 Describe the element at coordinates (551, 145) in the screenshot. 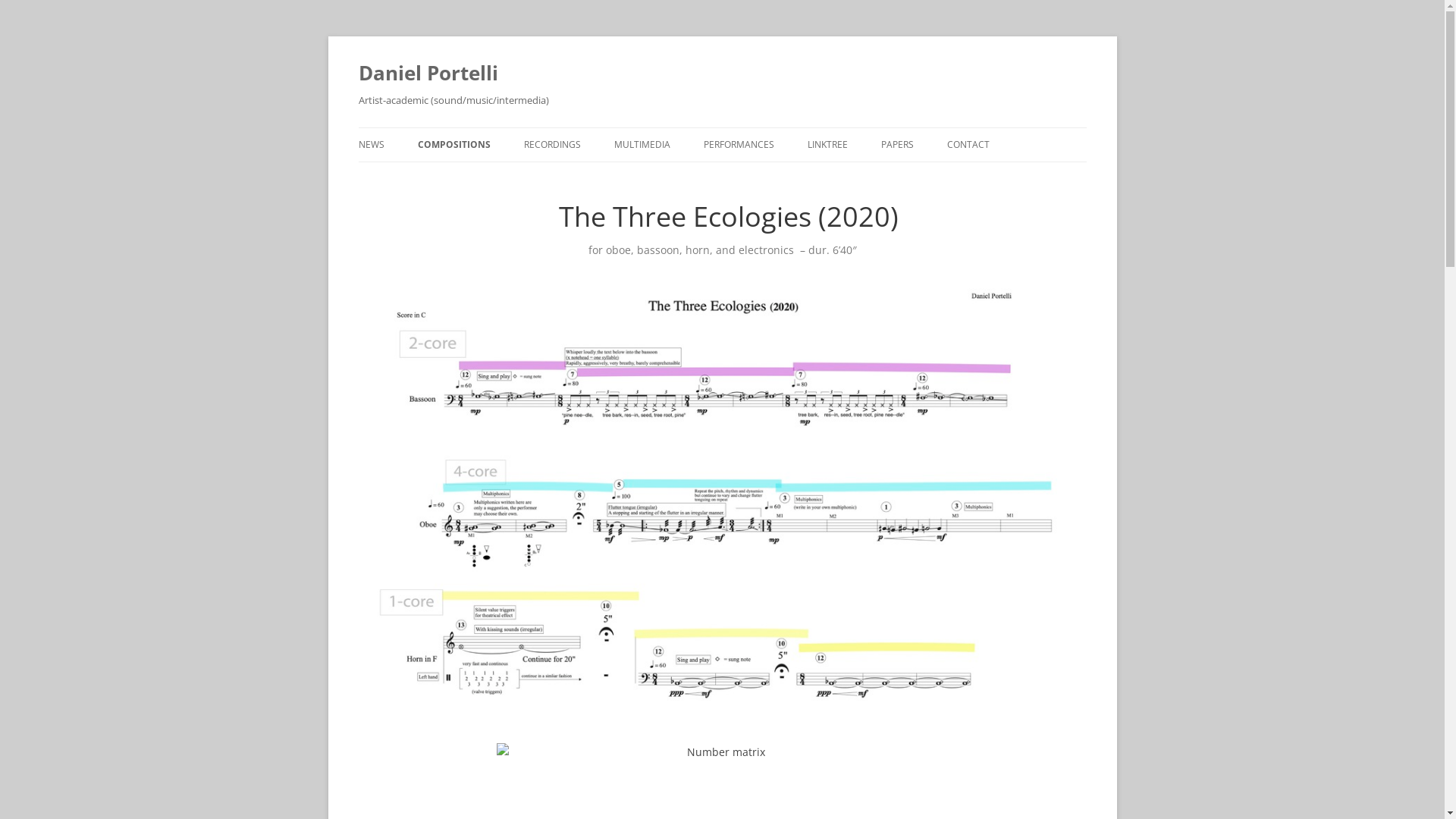

I see `'RECORDINGS'` at that location.